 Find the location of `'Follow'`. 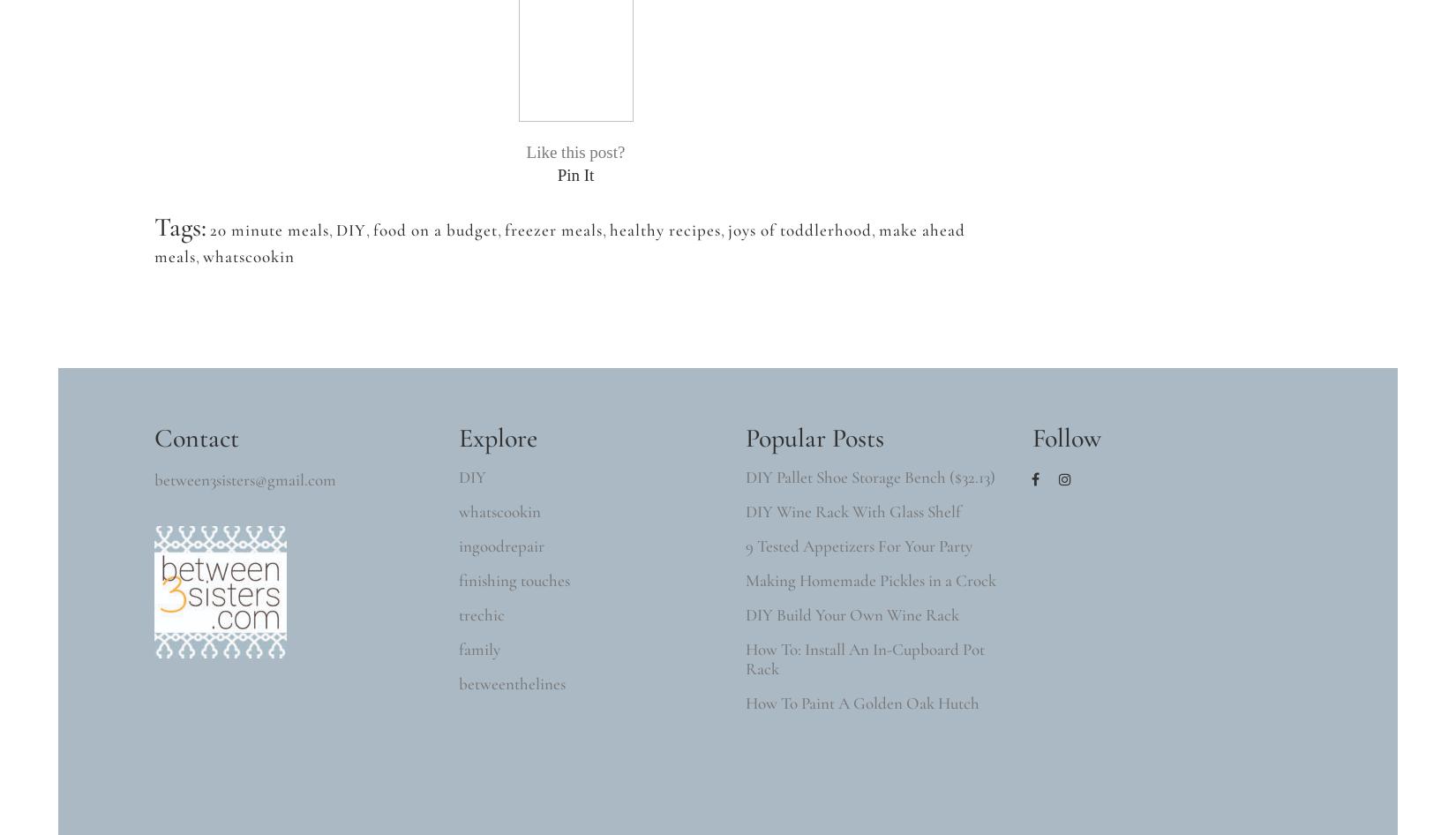

'Follow' is located at coordinates (1066, 438).